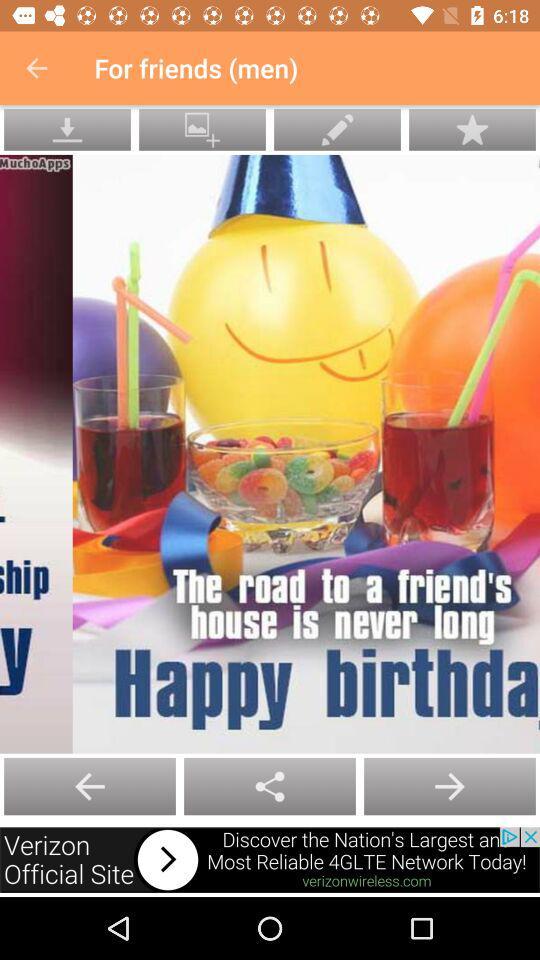  Describe the element at coordinates (89, 786) in the screenshot. I see `the add icon` at that location.